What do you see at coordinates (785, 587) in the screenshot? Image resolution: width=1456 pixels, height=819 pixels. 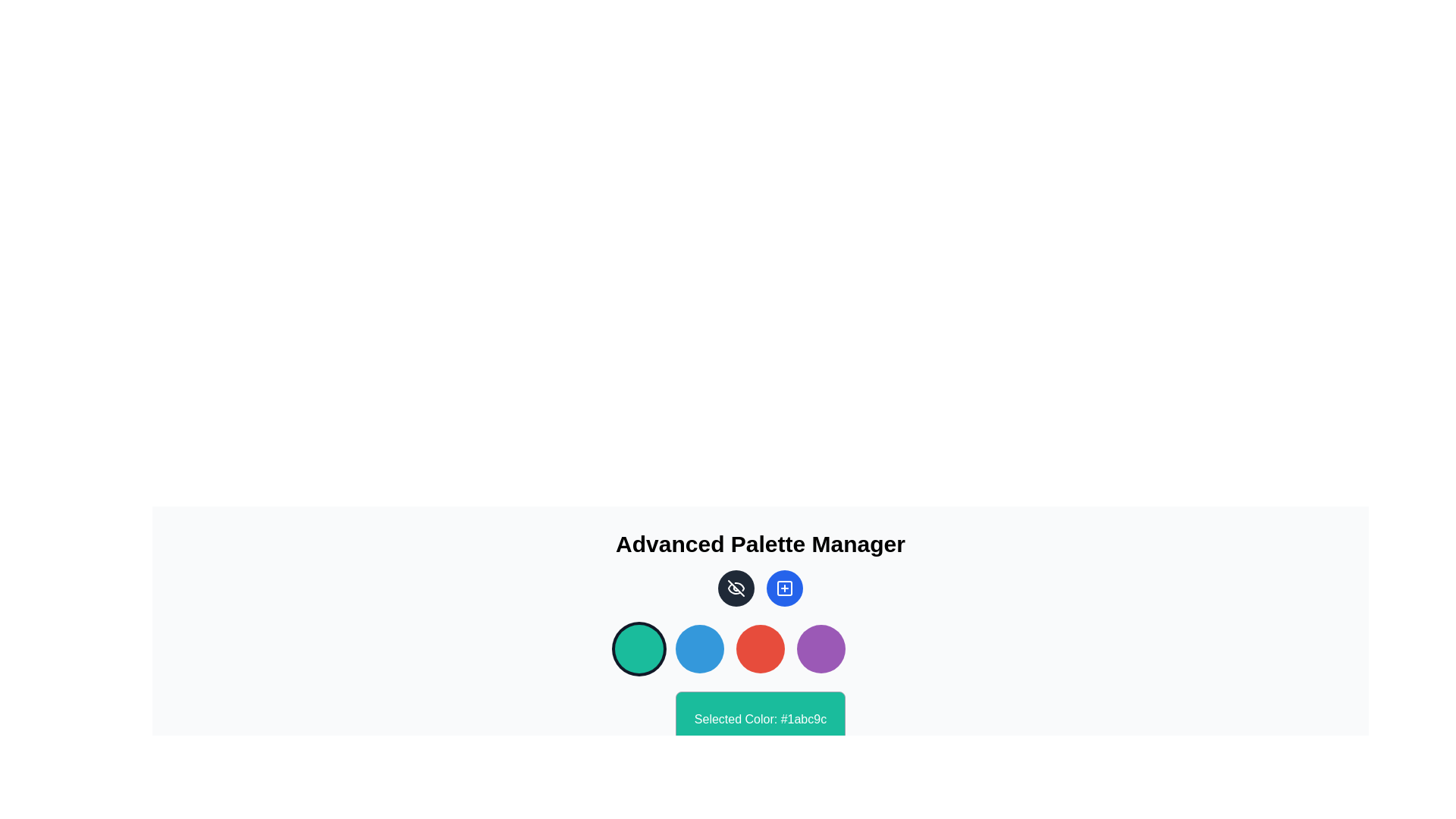 I see `the blue square button with a white plus symbol located in the top-right corner, second from the right` at bounding box center [785, 587].